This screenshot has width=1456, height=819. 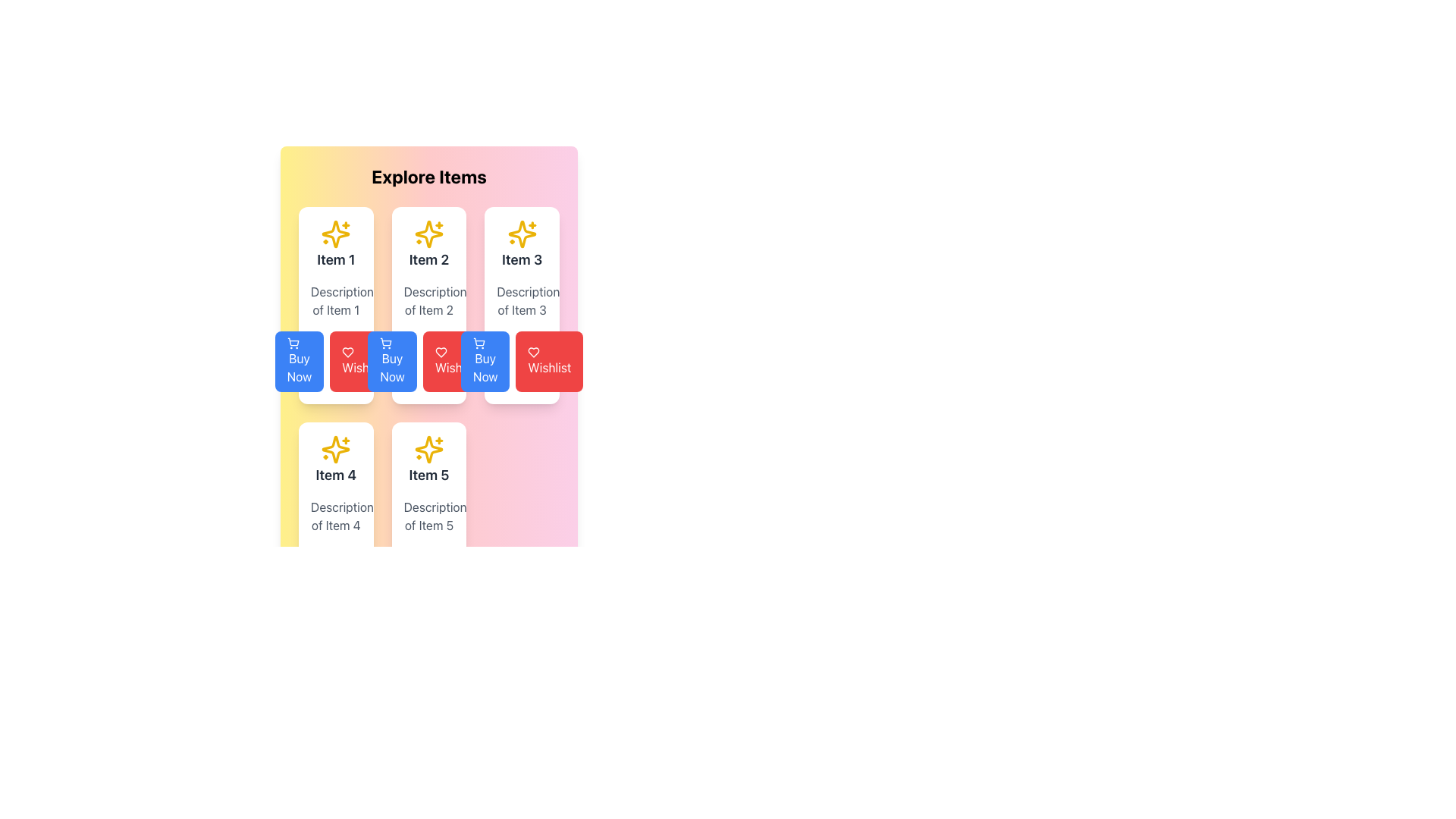 I want to click on the shopping cart icon located to the left of the 'Buy Now' button in the grid layout, so click(x=293, y=343).